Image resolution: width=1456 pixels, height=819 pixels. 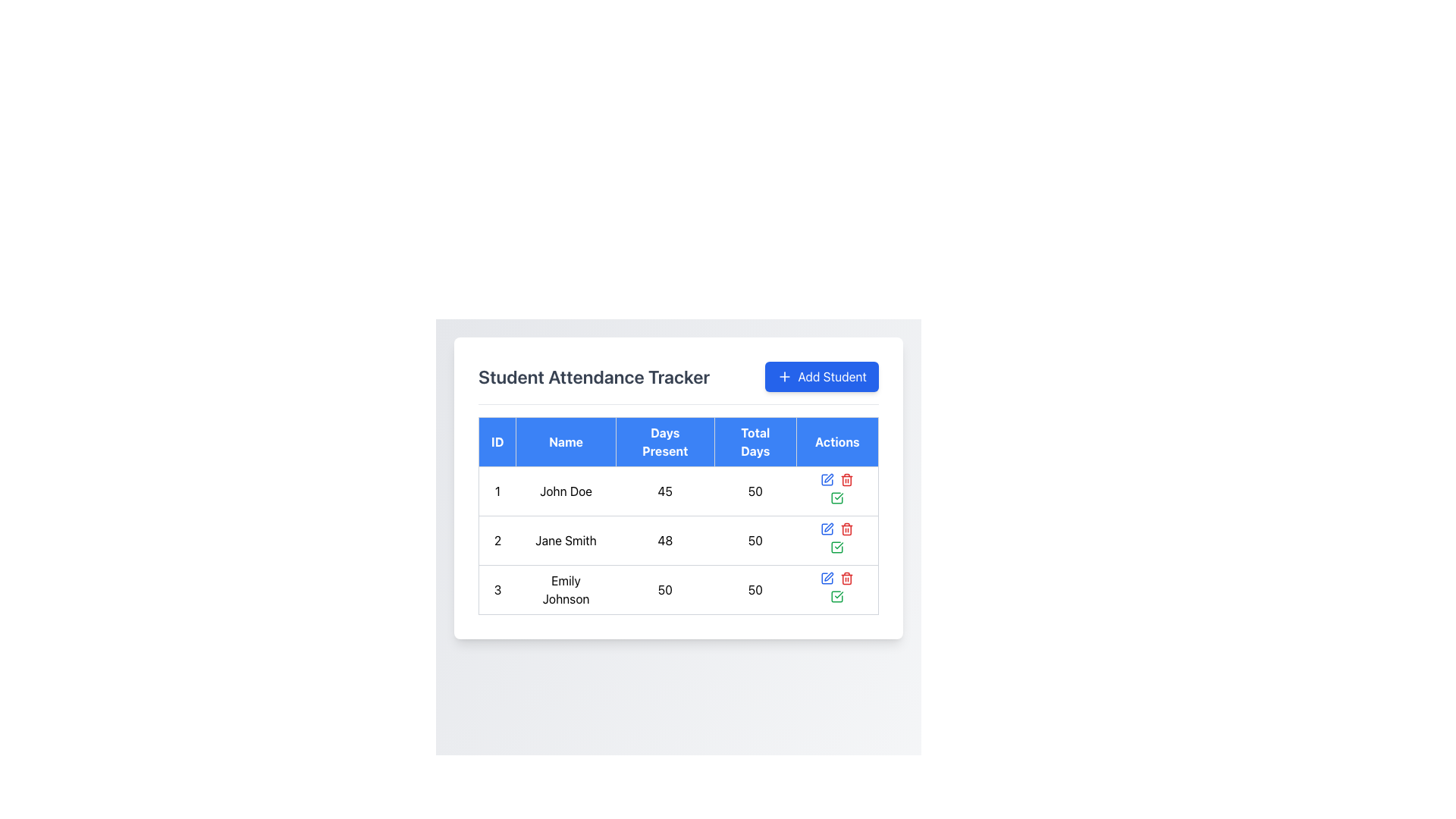 What do you see at coordinates (665, 491) in the screenshot?
I see `the attendance days text for 'John Doe' located in the third column of the first row of the table` at bounding box center [665, 491].